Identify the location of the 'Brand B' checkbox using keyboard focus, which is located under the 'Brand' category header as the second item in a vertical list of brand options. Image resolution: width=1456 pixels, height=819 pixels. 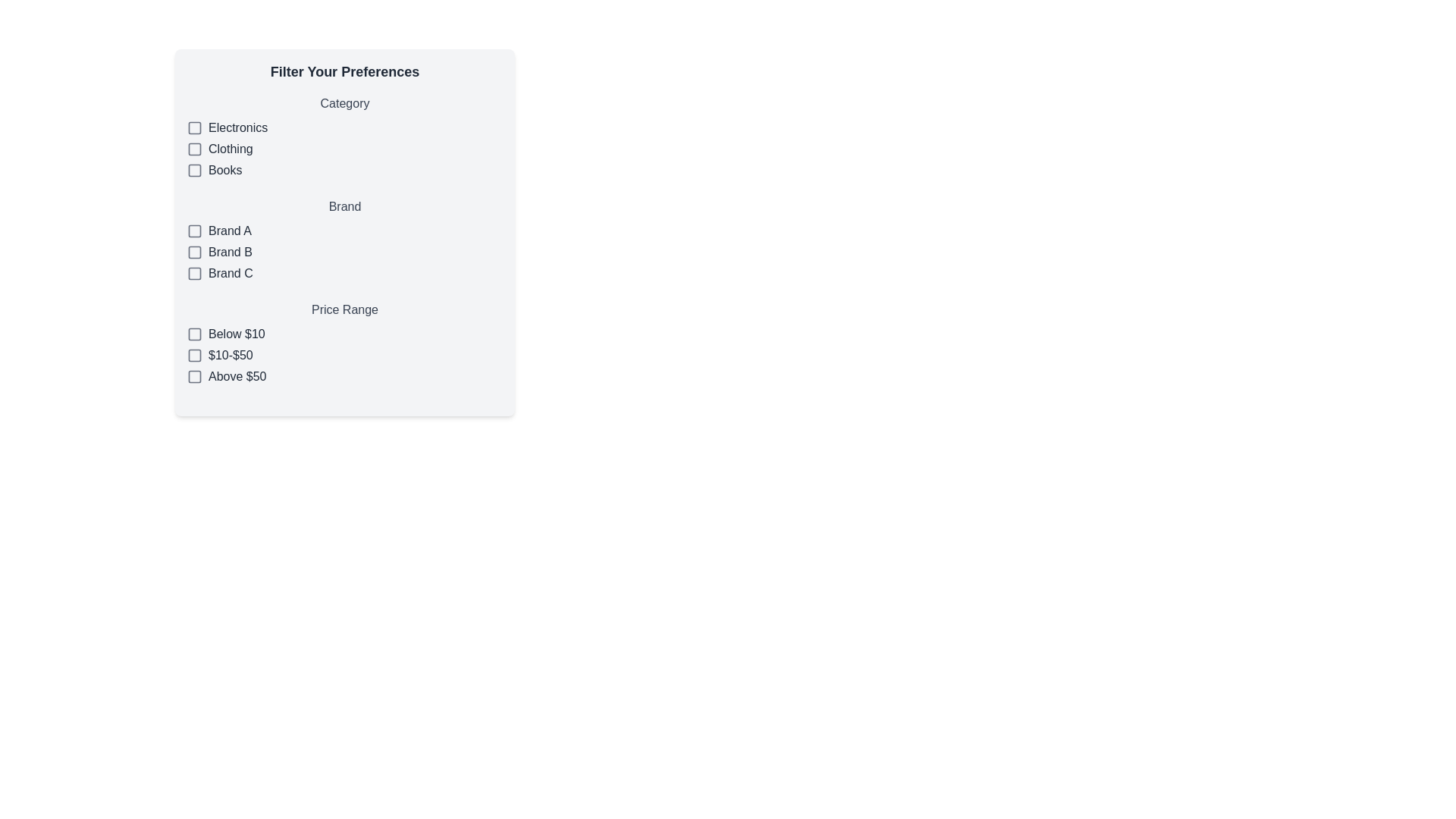
(344, 251).